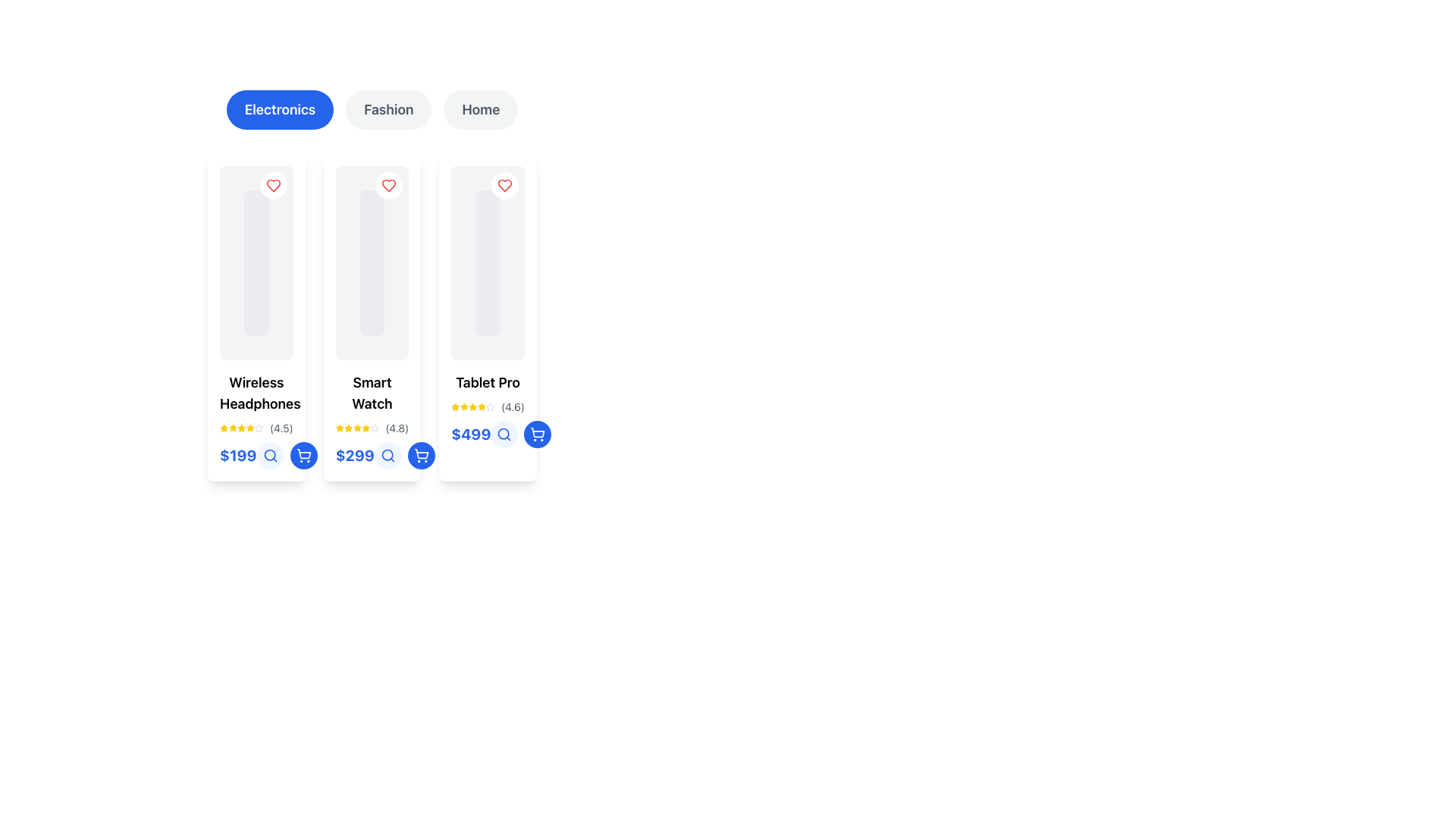 The image size is (1456, 819). I want to click on the 'Fashion' category button using keyboard navigation, so click(388, 109).